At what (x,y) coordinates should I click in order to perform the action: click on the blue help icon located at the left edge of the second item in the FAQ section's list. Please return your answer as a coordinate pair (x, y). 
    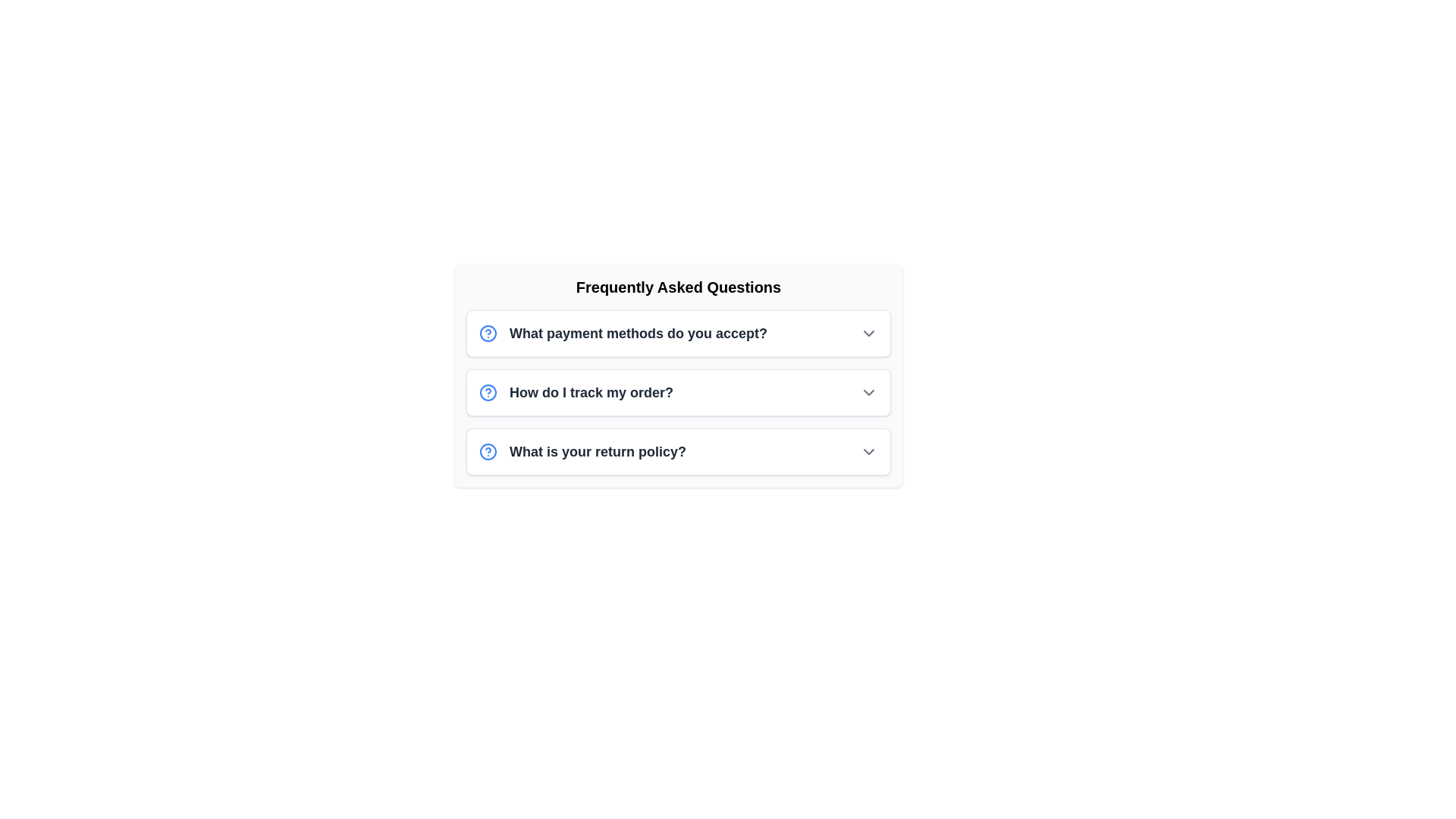
    Looking at the image, I should click on (488, 391).